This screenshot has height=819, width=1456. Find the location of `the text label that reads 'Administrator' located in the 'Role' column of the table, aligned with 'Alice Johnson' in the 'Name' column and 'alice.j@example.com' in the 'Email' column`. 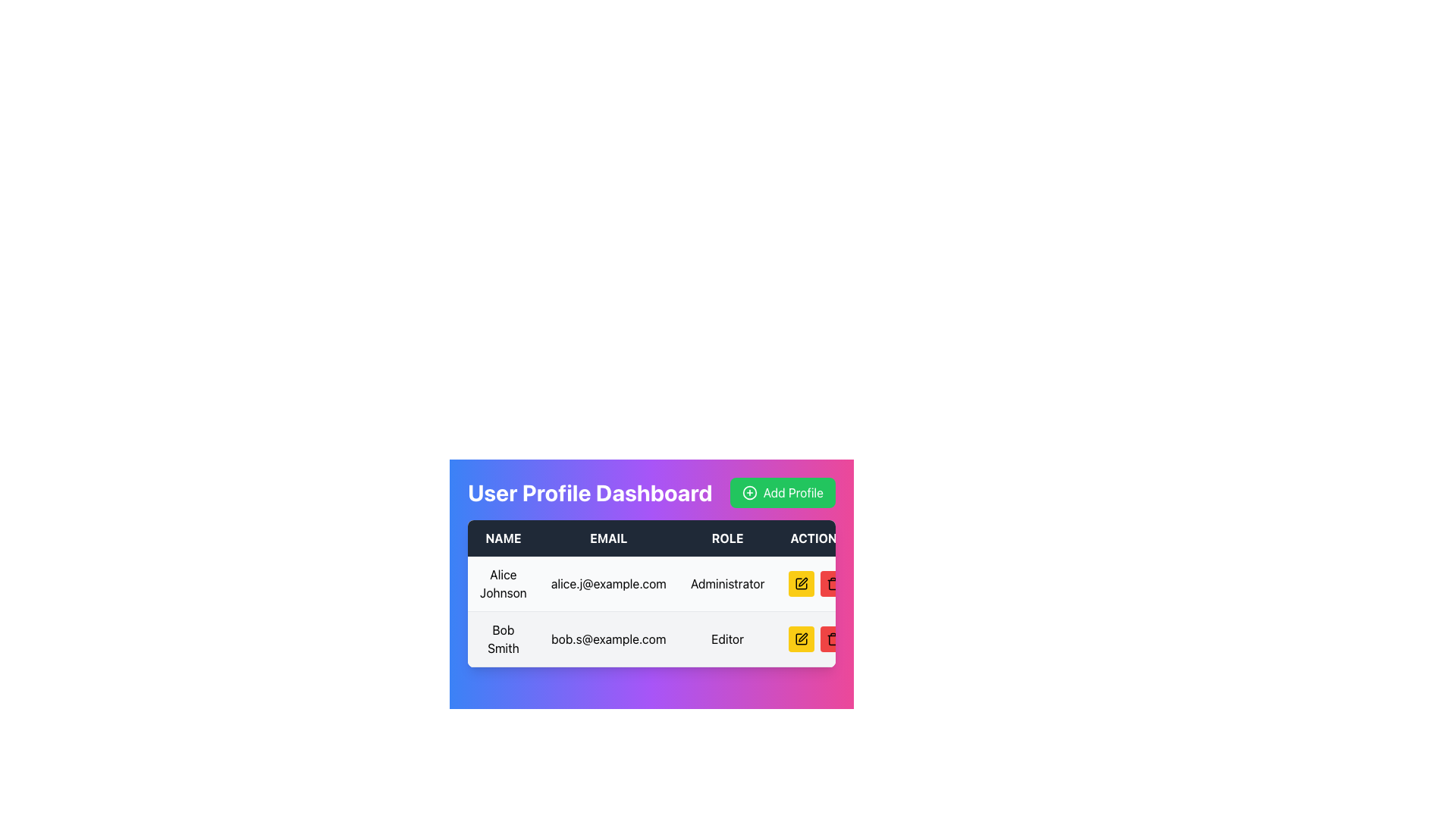

the text label that reads 'Administrator' located in the 'Role' column of the table, aligned with 'Alice Johnson' in the 'Name' column and 'alice.j@example.com' in the 'Email' column is located at coordinates (726, 583).